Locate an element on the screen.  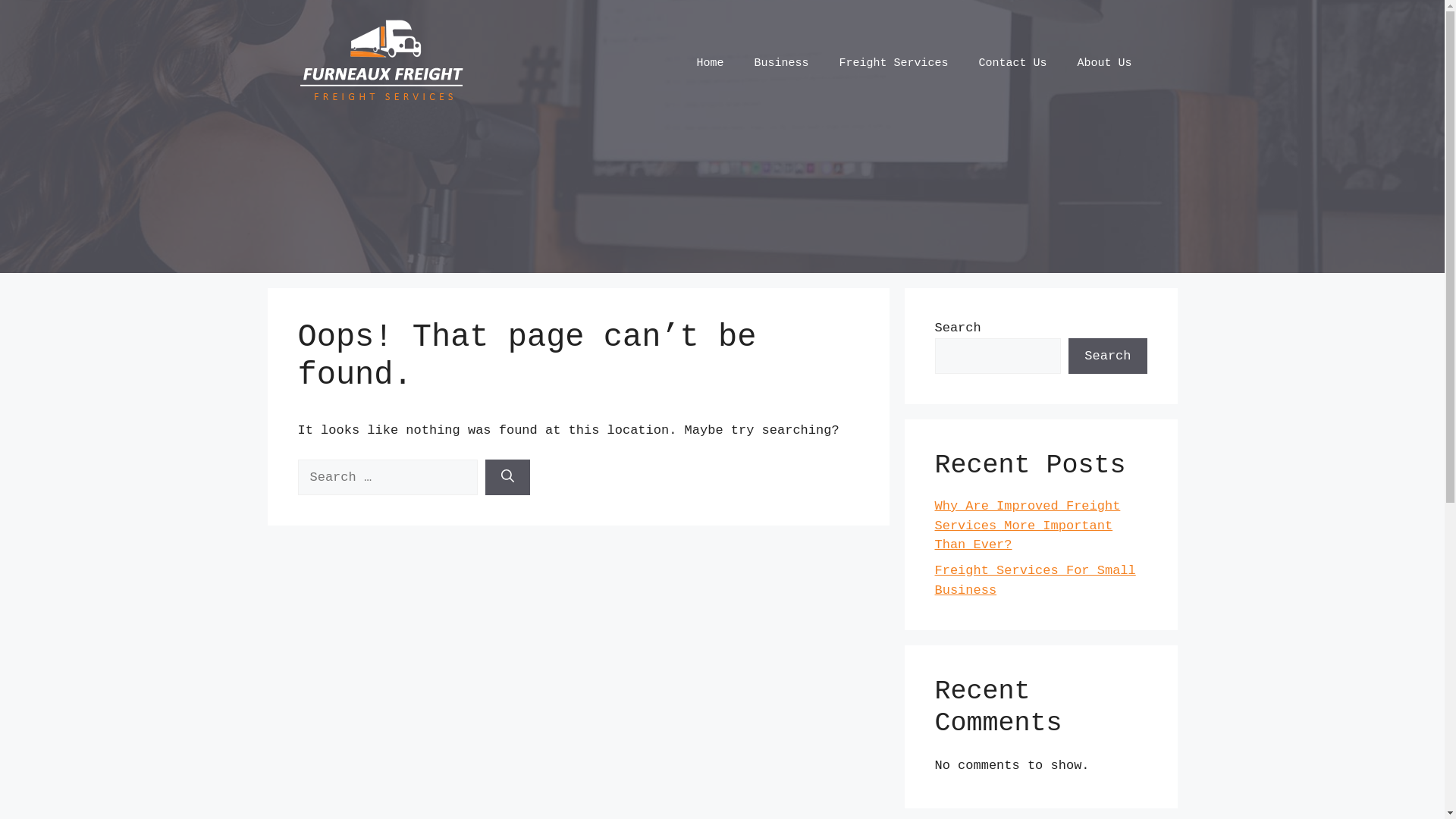
'Home' is located at coordinates (709, 63).